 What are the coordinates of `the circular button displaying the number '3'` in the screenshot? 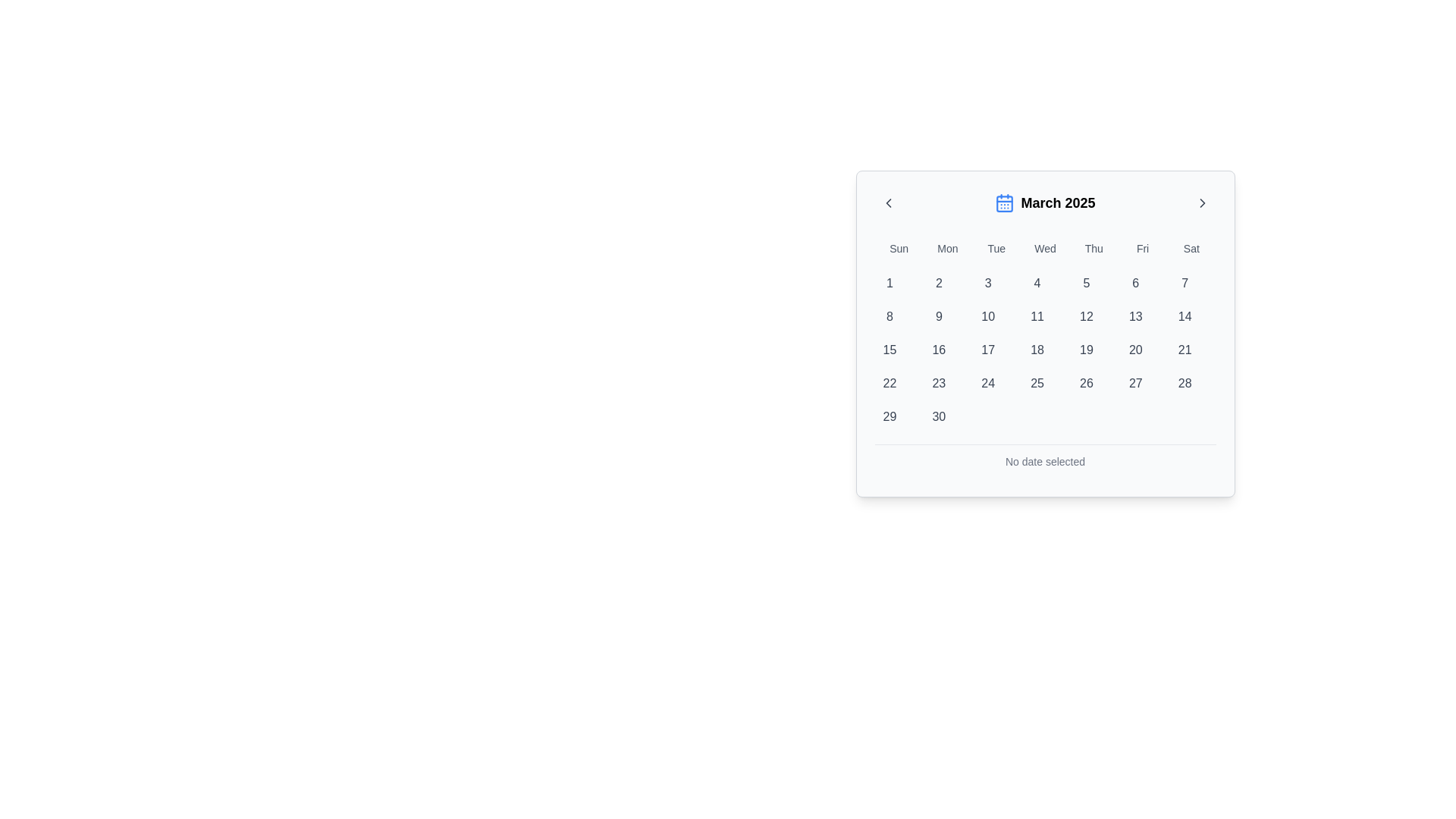 It's located at (988, 284).